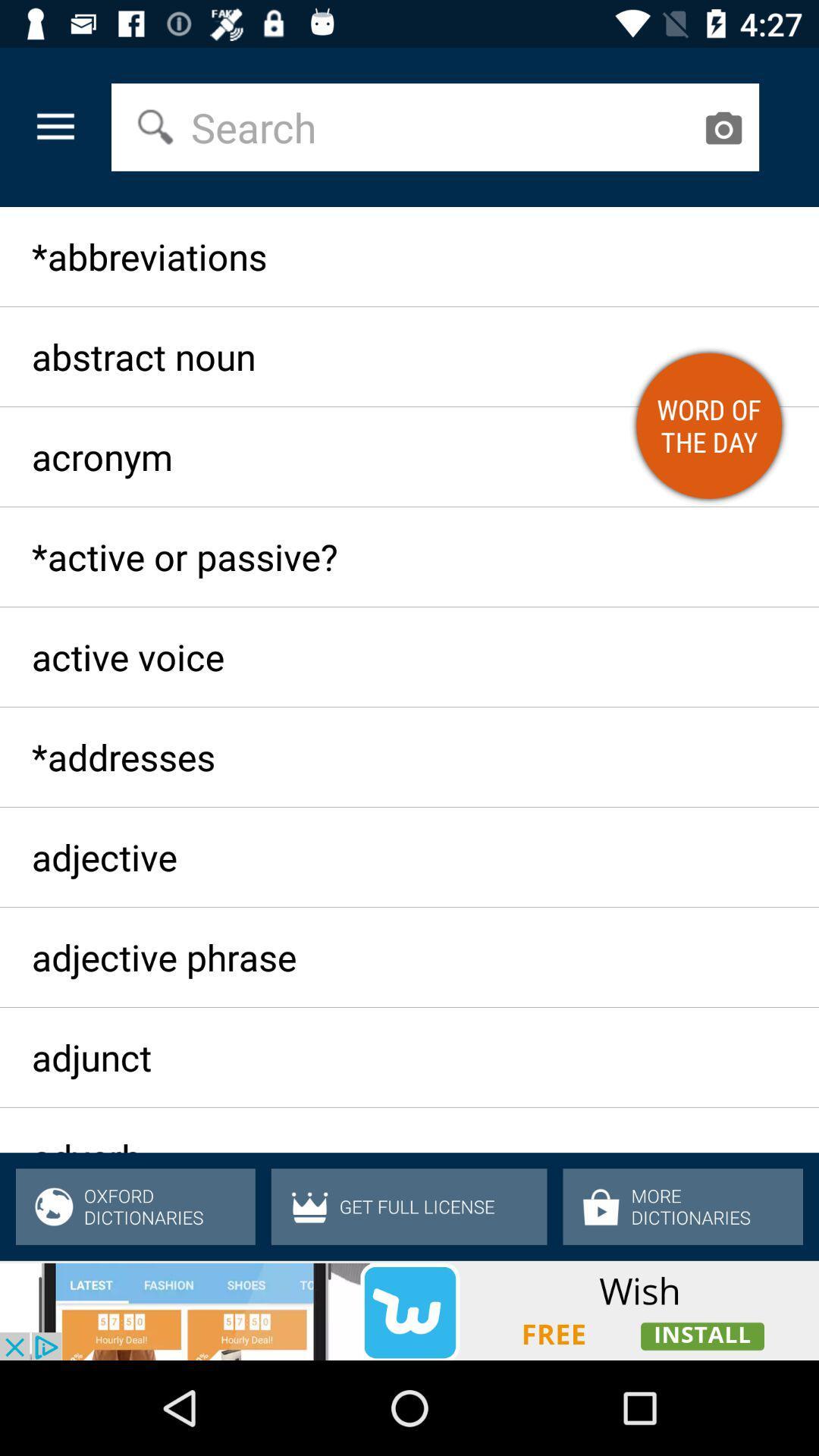  Describe the element at coordinates (409, 1310) in the screenshot. I see `free add` at that location.